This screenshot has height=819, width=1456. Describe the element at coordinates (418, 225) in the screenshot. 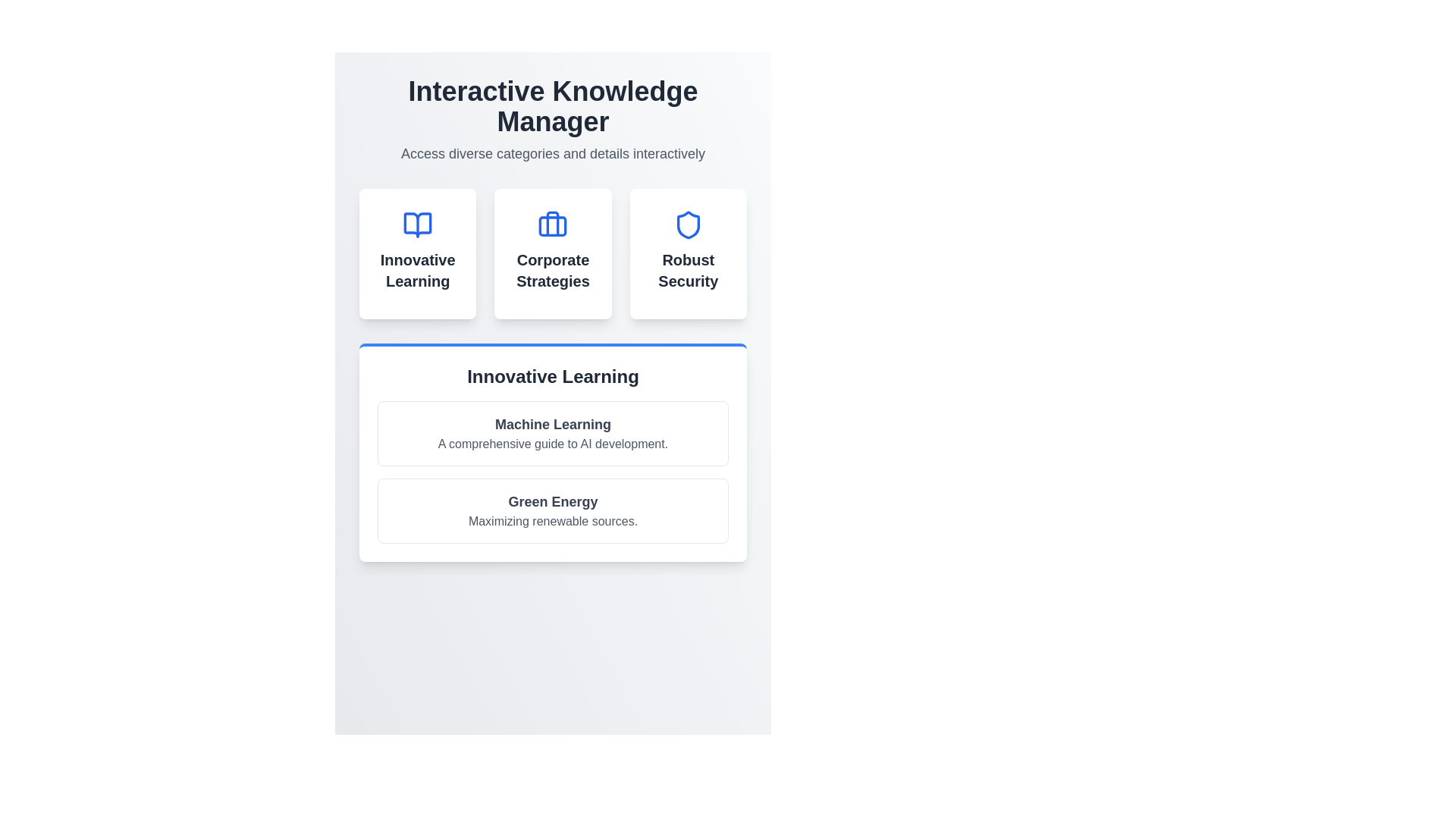

I see `the left half of the book icon in the 'Innovative Learning' card, which is styled with a blue outline and represents the left page of an open book` at that location.